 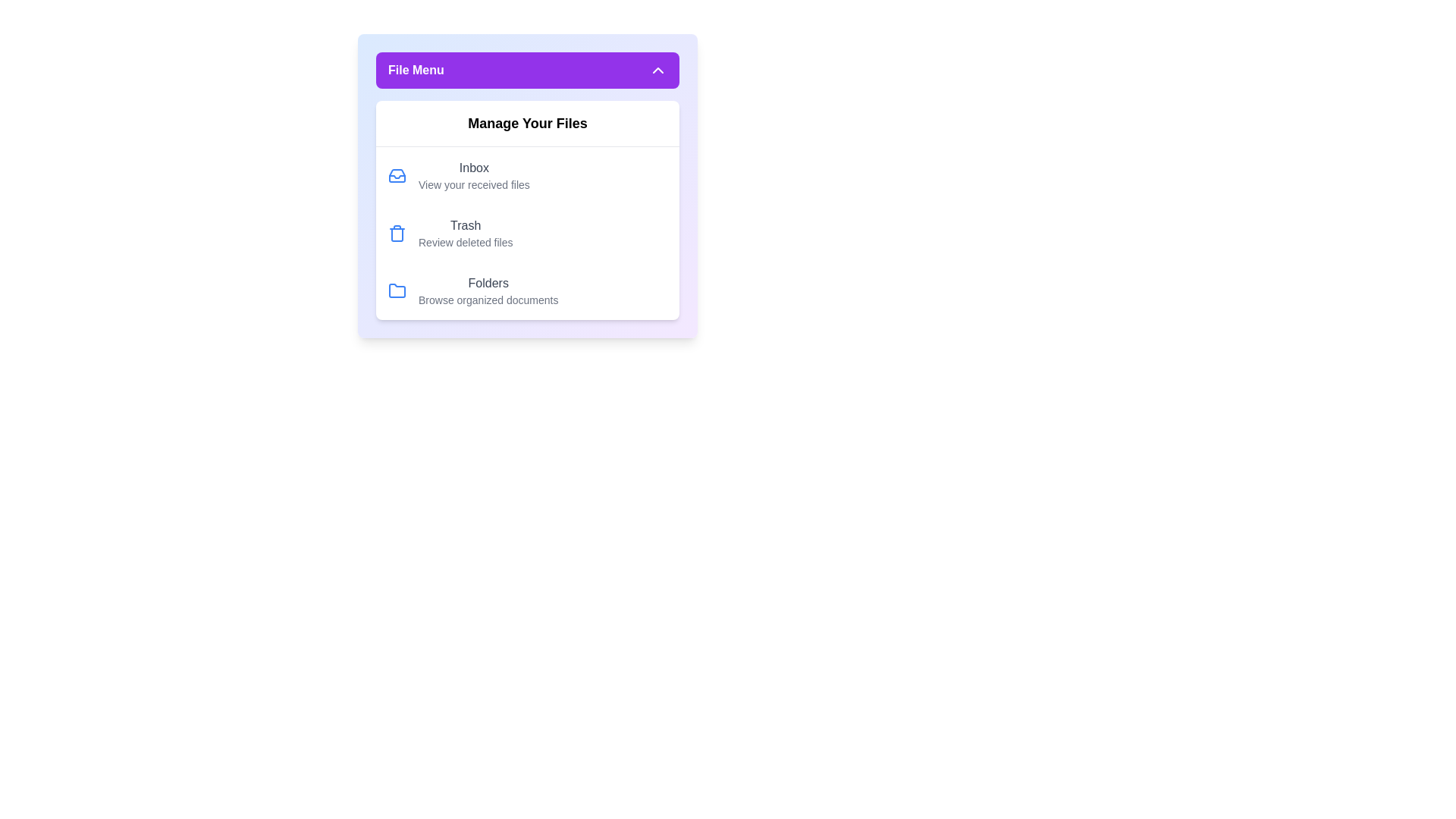 I want to click on the 'Folders' menu item to browse organized documents, so click(x=488, y=291).